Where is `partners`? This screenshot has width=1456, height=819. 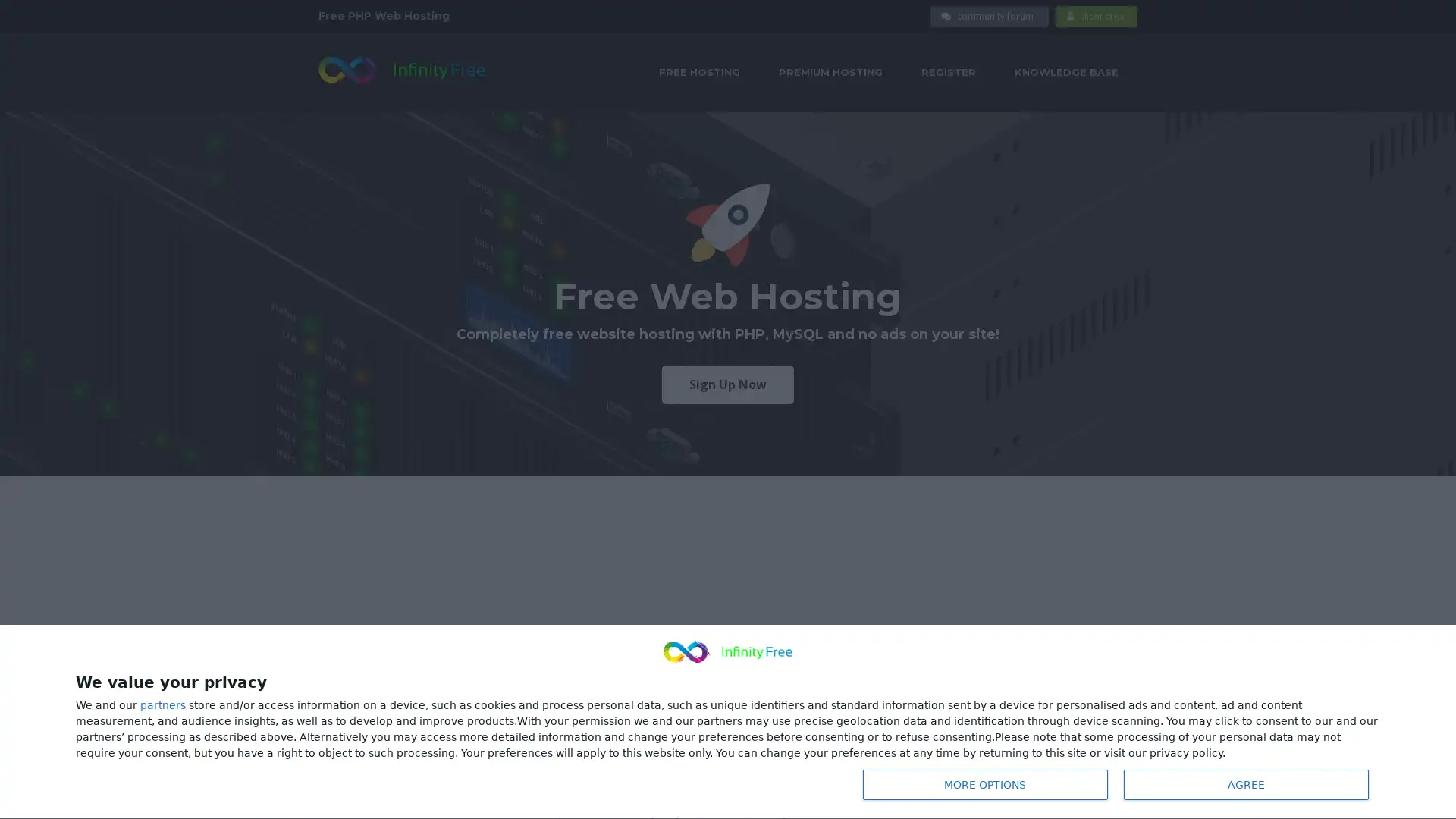 partners is located at coordinates (163, 710).